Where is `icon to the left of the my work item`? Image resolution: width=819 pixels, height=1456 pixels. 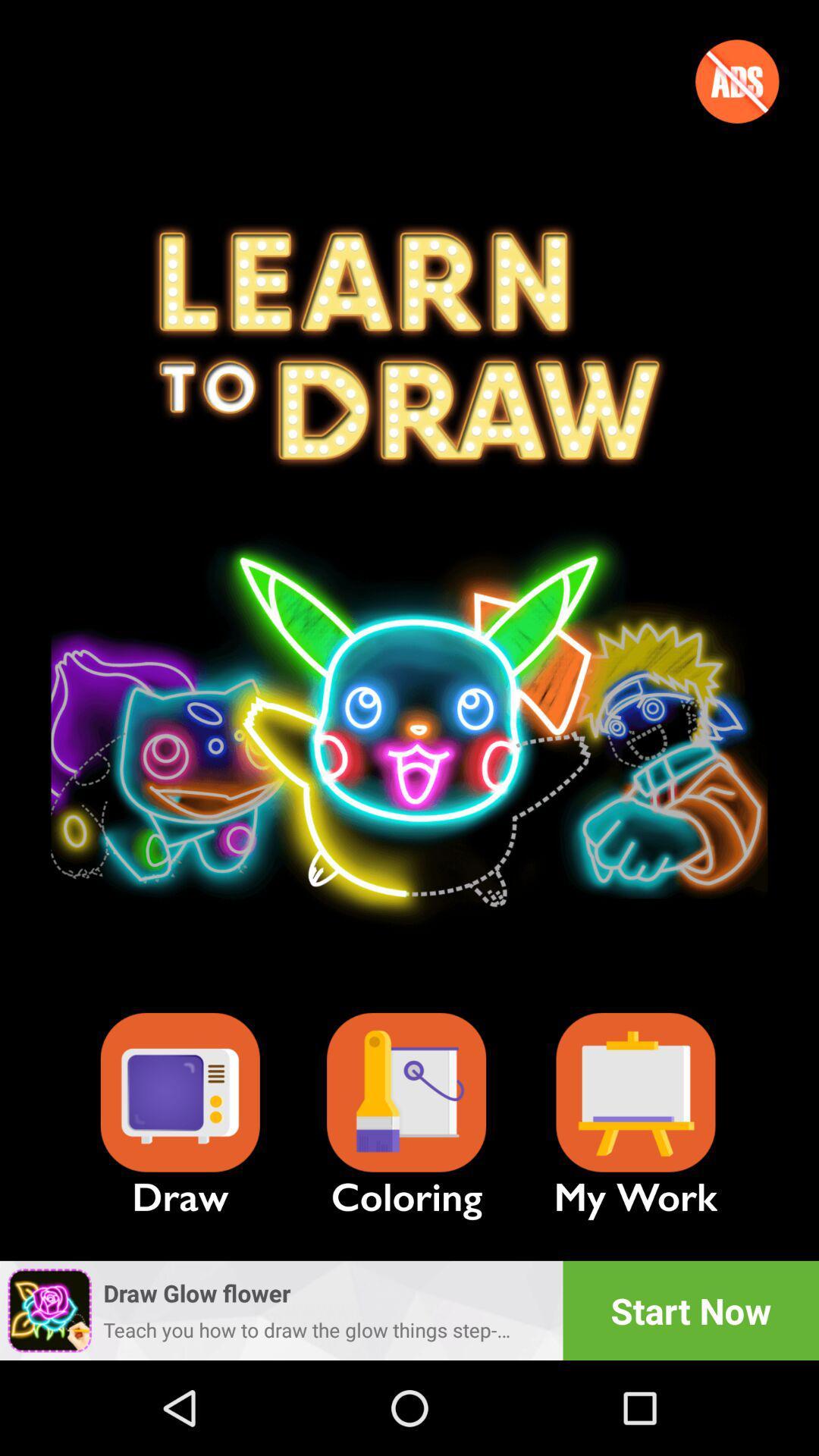 icon to the left of the my work item is located at coordinates (406, 1093).